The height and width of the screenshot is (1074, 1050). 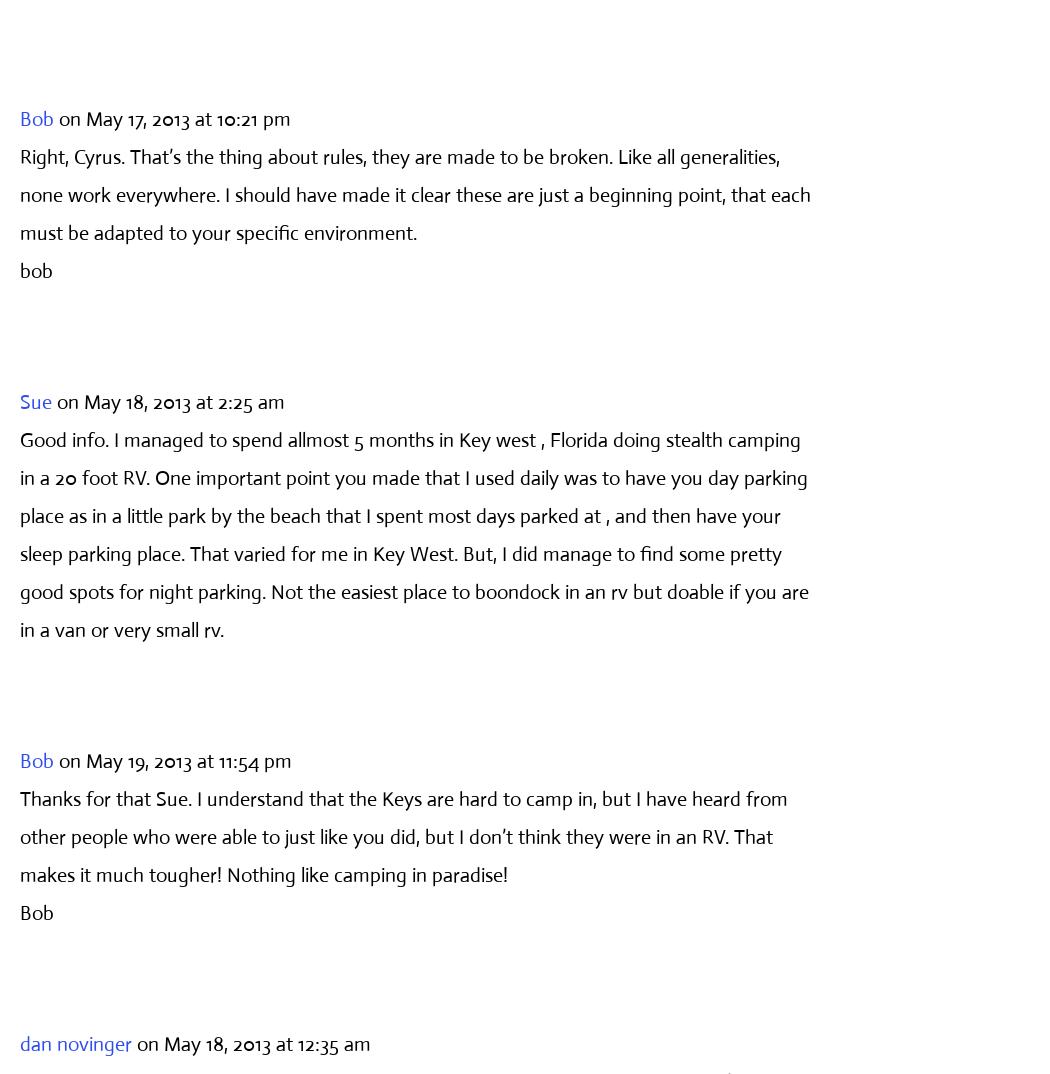 What do you see at coordinates (413, 534) in the screenshot?
I see `'Good info. I managed to spend allmost 5 months in Key west , Florida doing stealth camping in a 20 foot RV. One important point you made that I used daily was to have you day parking place as in a little park by the beach that I spent most days parked at , and then have your sleep parking place. That varied for me in Key West. But, I did manage to find some pretty good spots for night parking. Not the easiest place to boondock in an rv but doable if you are in a van or very small rv.'` at bounding box center [413, 534].